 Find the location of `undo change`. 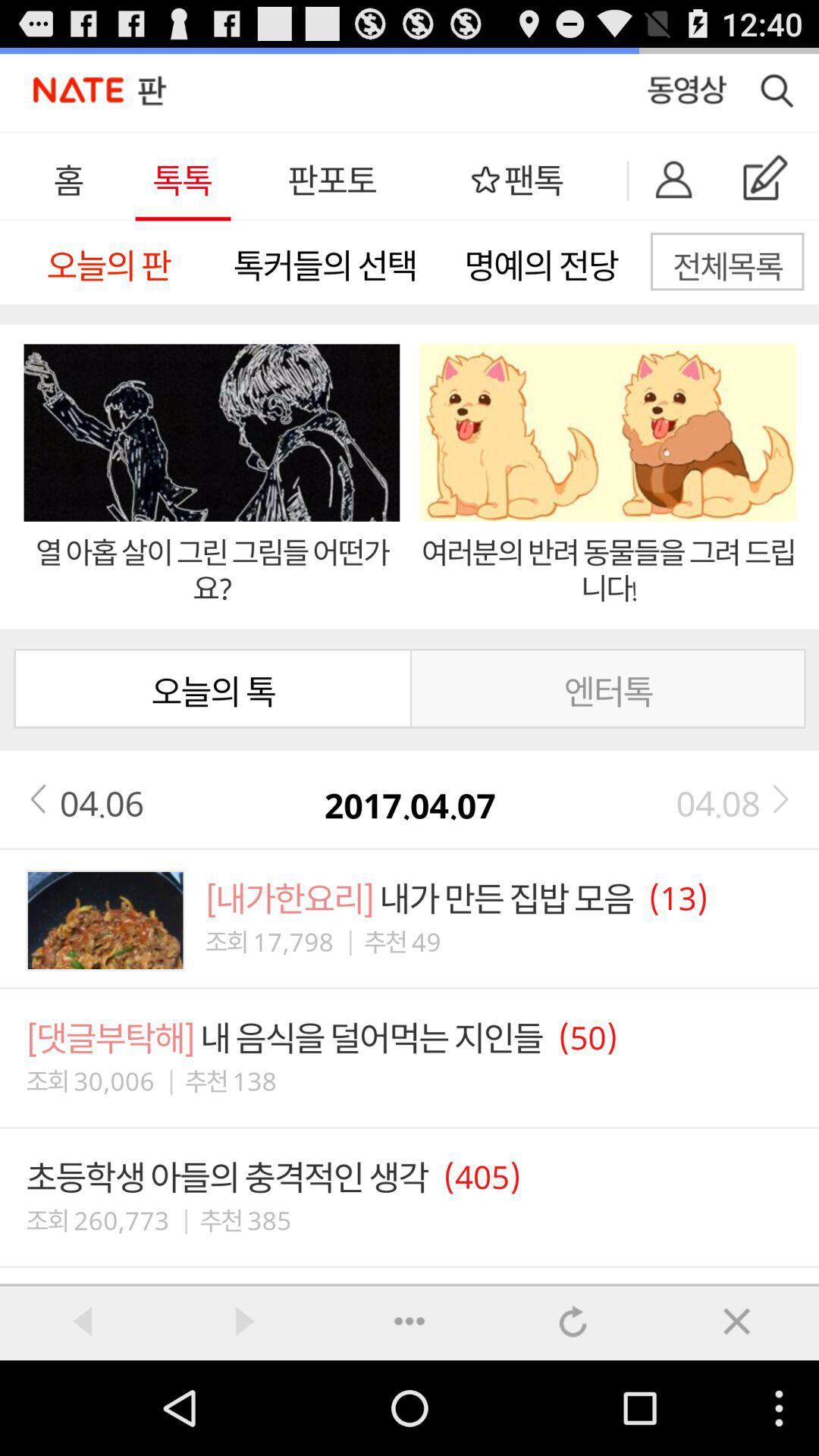

undo change is located at coordinates (573, 1320).